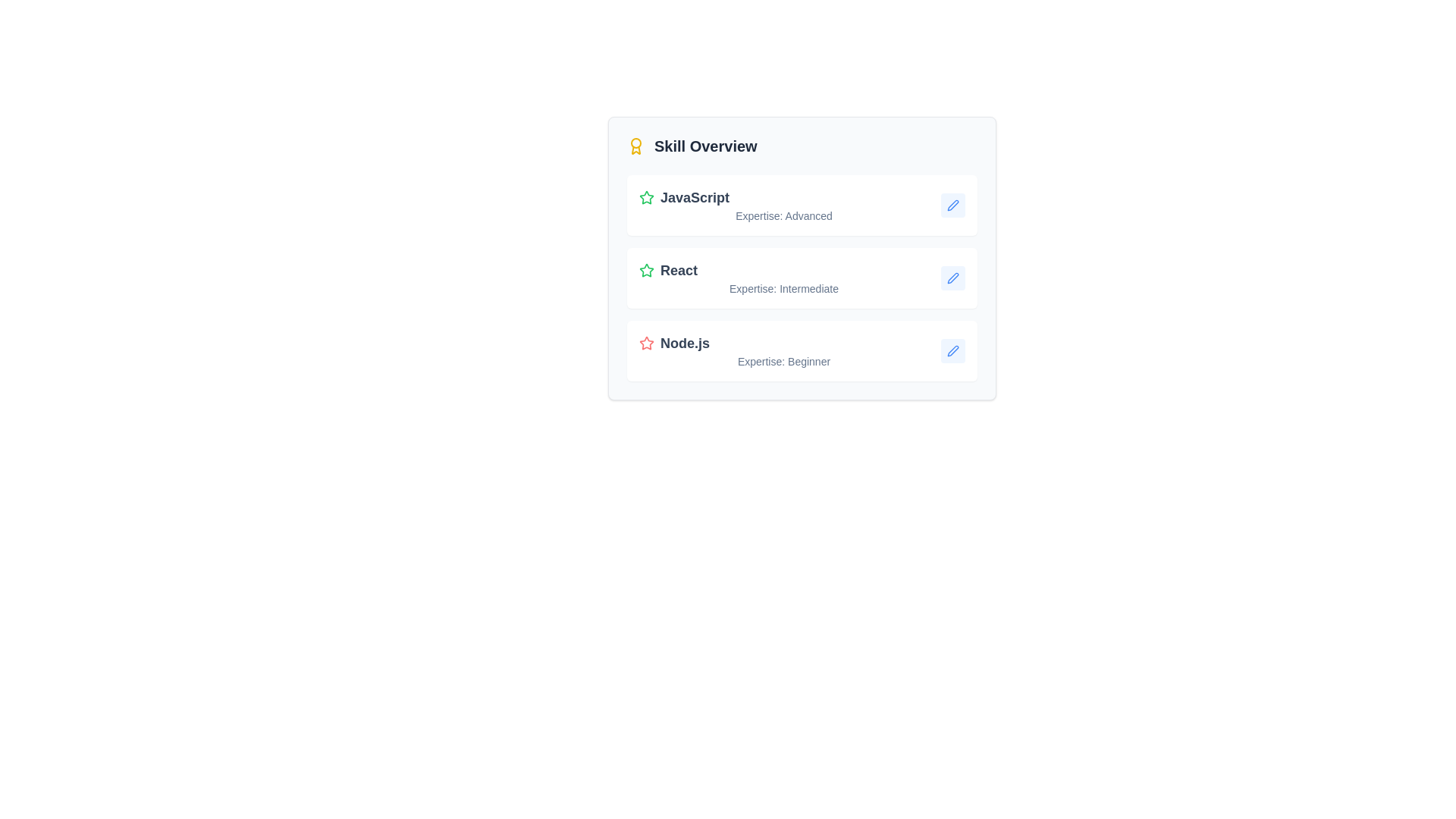 The image size is (1456, 819). What do you see at coordinates (952, 350) in the screenshot?
I see `the edit action icon located in the skill overview section, specifically in the third row, to the right of 'Node.js' and opposite 'Expertise: Beginner'` at bounding box center [952, 350].